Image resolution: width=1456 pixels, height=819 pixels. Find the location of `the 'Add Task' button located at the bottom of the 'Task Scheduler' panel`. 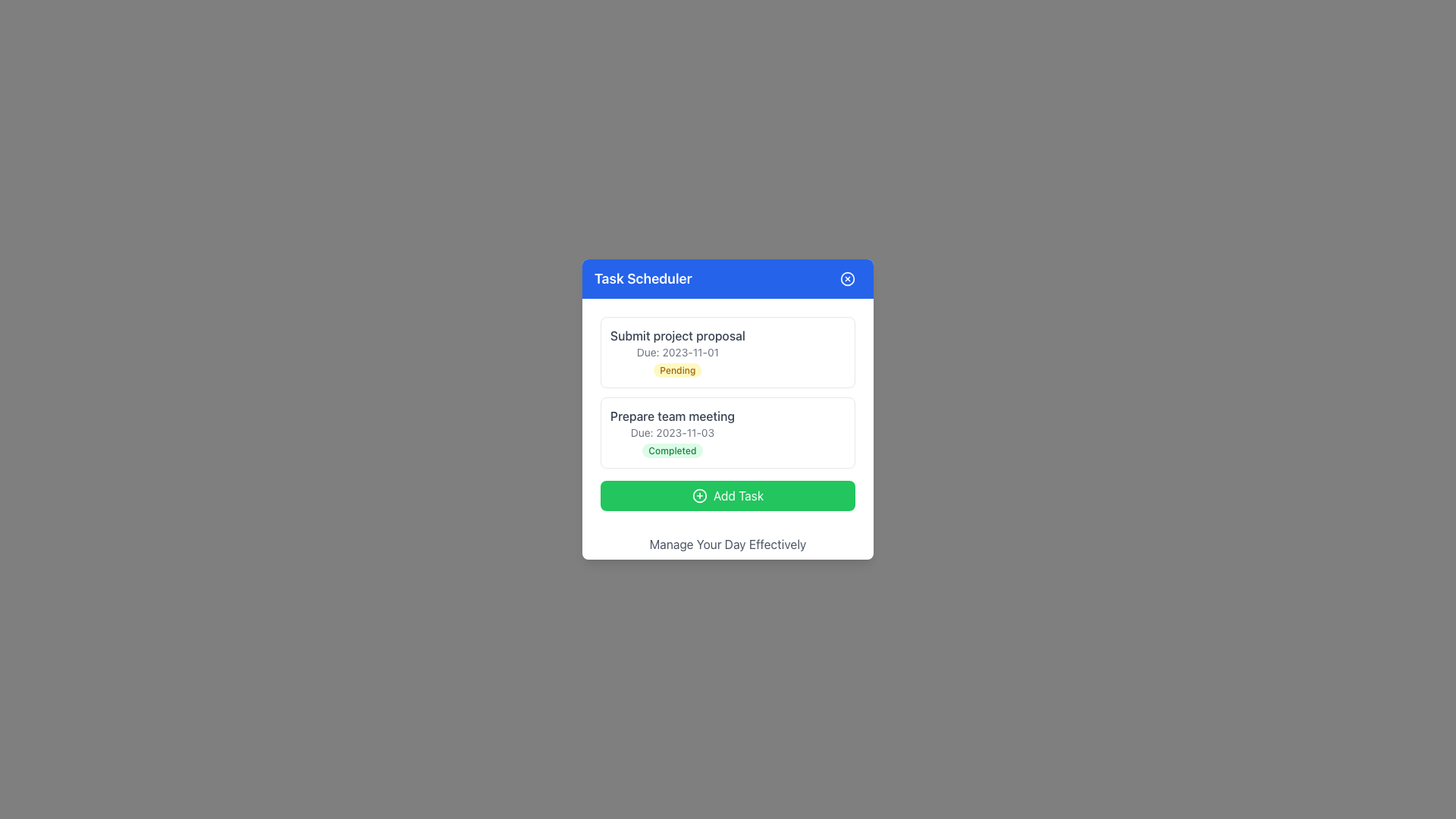

the 'Add Task' button located at the bottom of the 'Task Scheduler' panel is located at coordinates (728, 496).